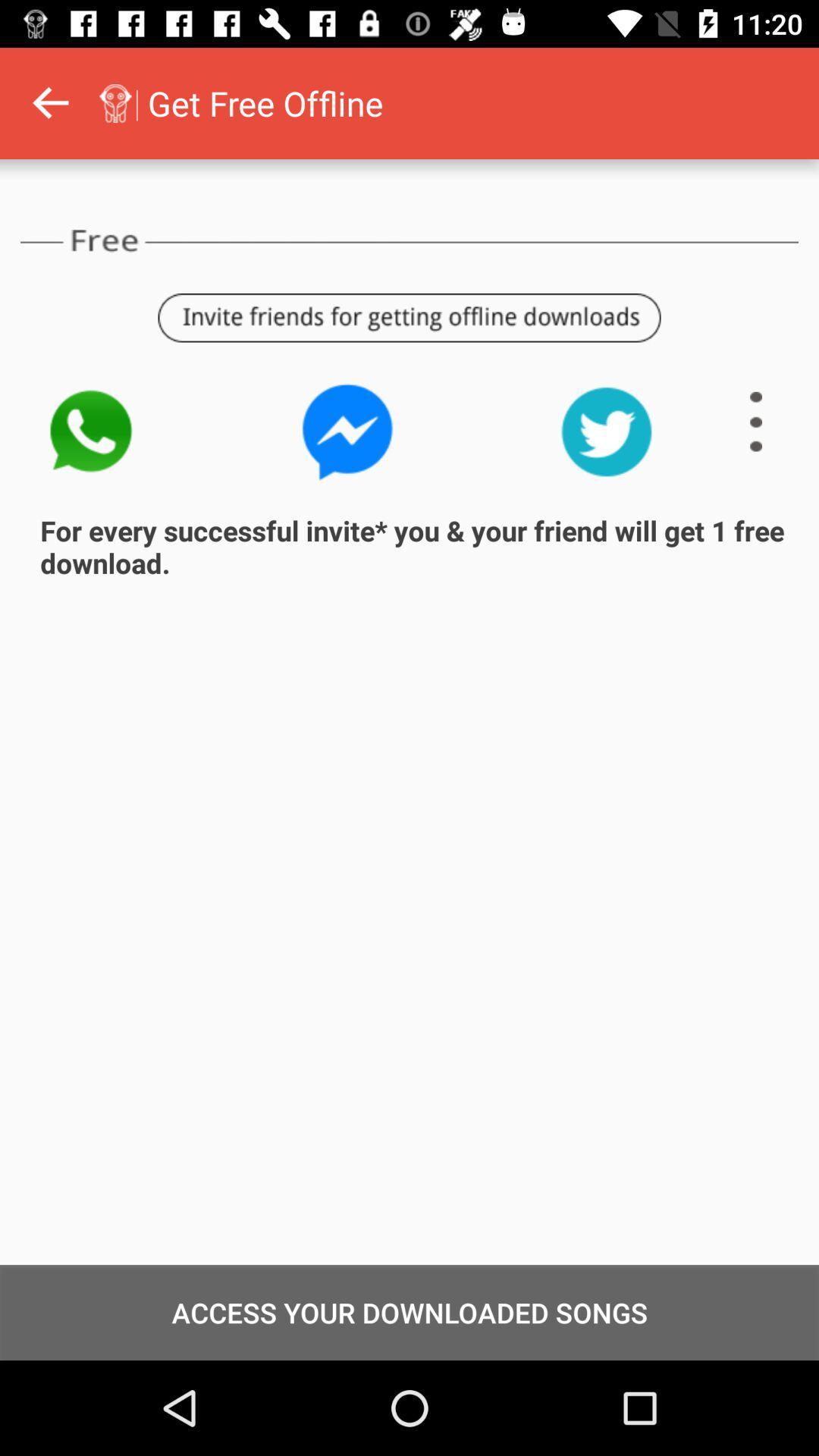 Image resolution: width=819 pixels, height=1456 pixels. What do you see at coordinates (348, 431) in the screenshot?
I see `opens facebook messenger` at bounding box center [348, 431].